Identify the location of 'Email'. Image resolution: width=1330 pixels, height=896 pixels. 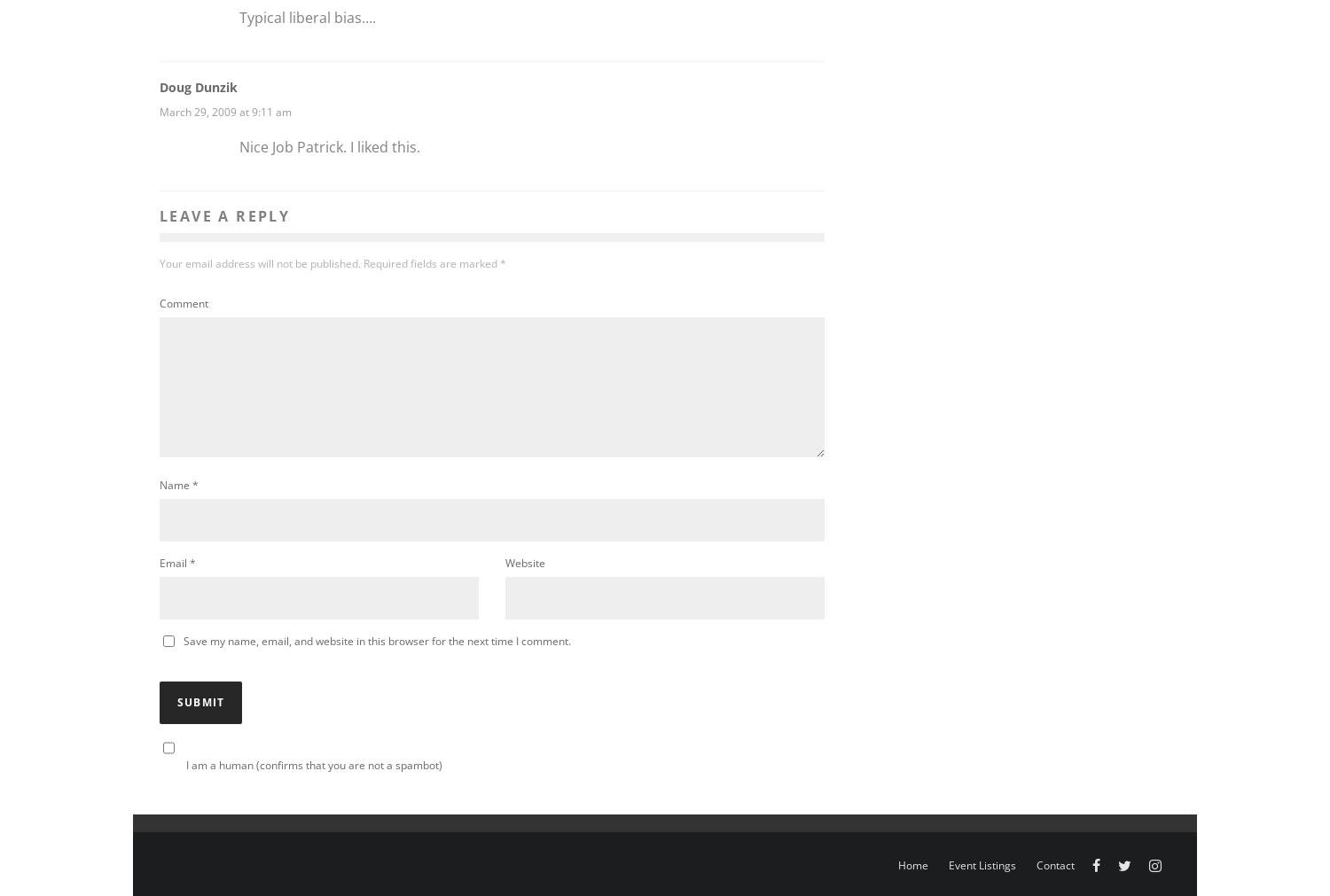
(173, 563).